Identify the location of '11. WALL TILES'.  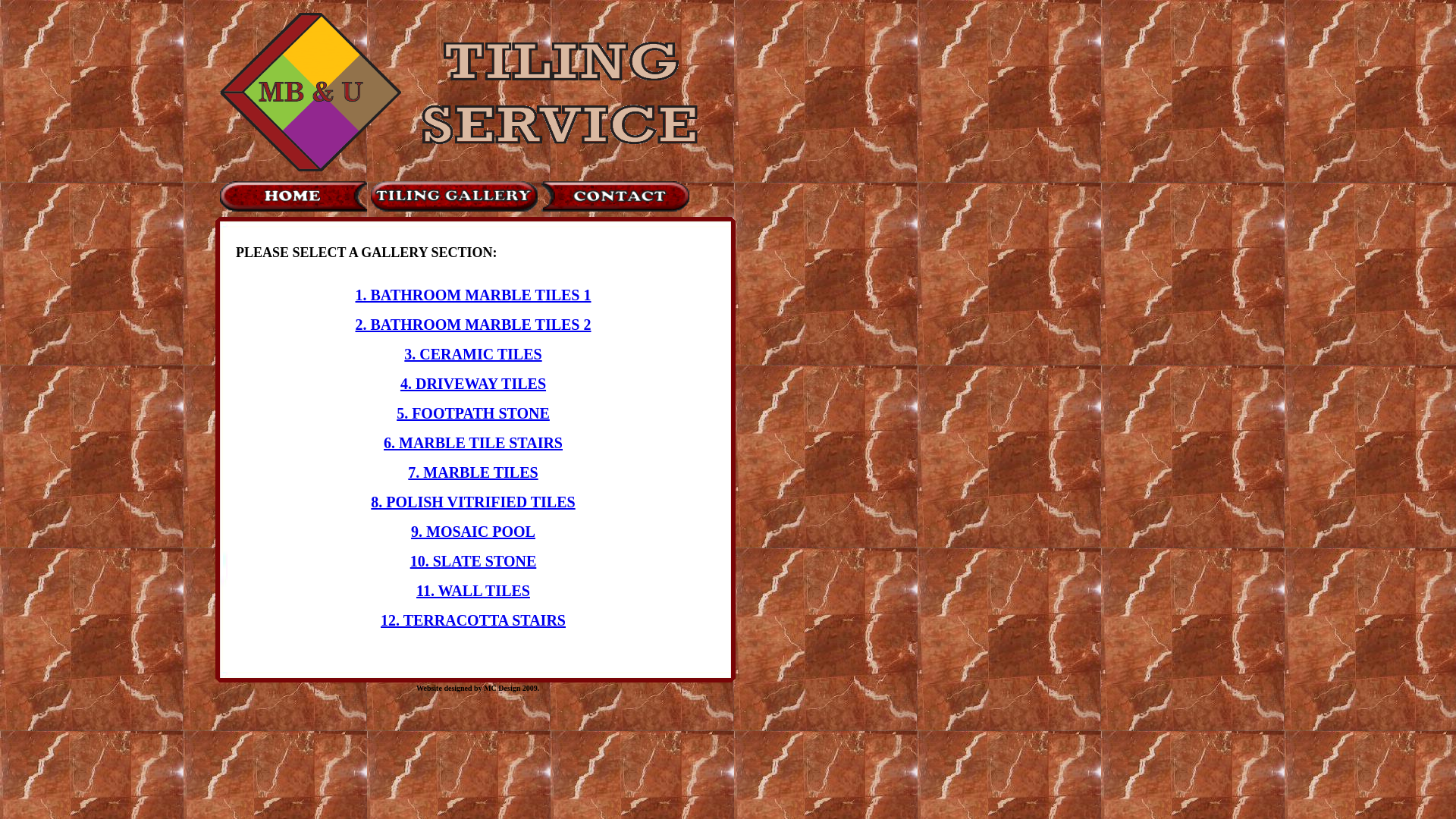
(472, 590).